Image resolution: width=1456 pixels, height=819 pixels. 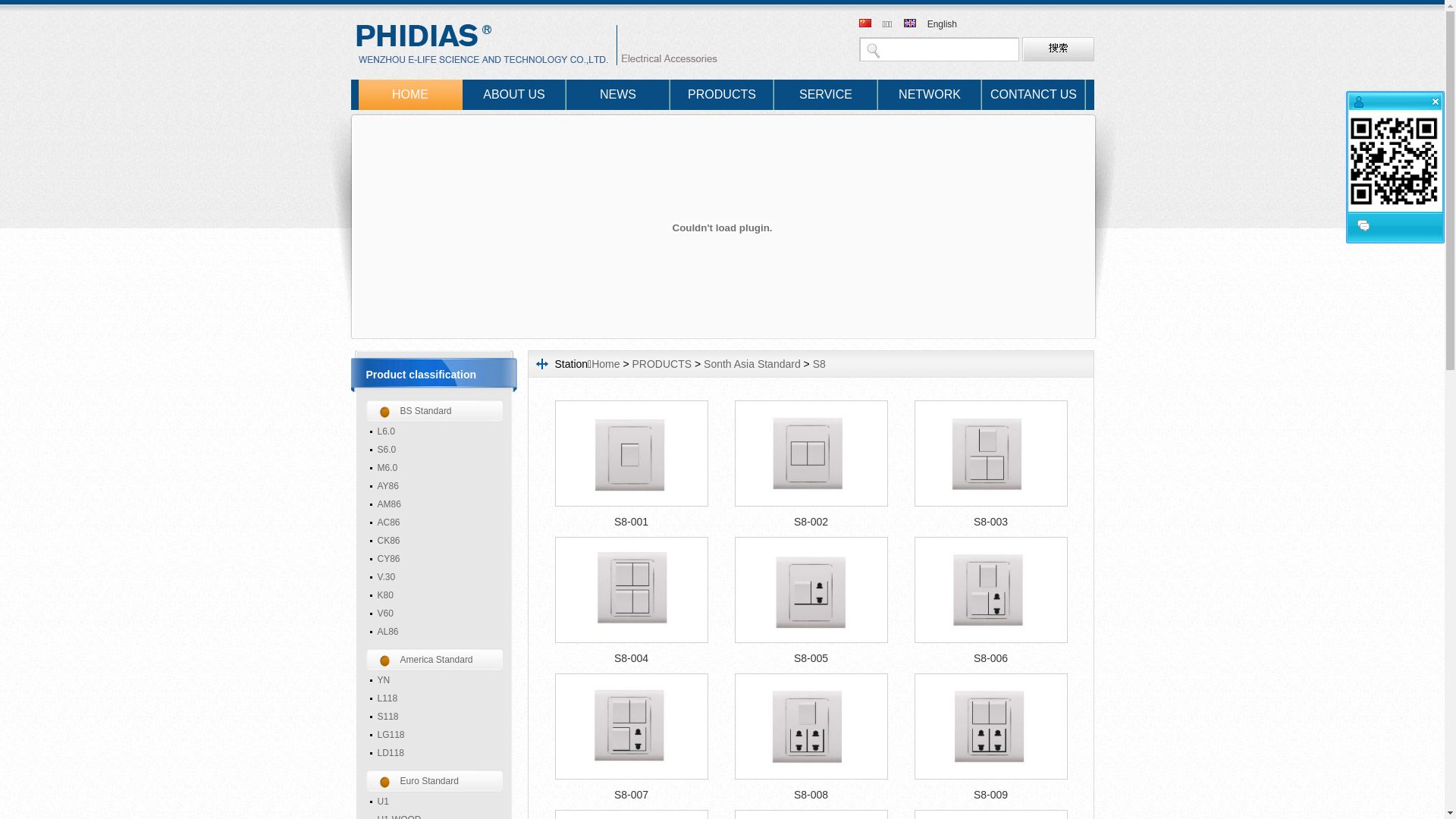 What do you see at coordinates (349, 485) in the screenshot?
I see `'AY86'` at bounding box center [349, 485].